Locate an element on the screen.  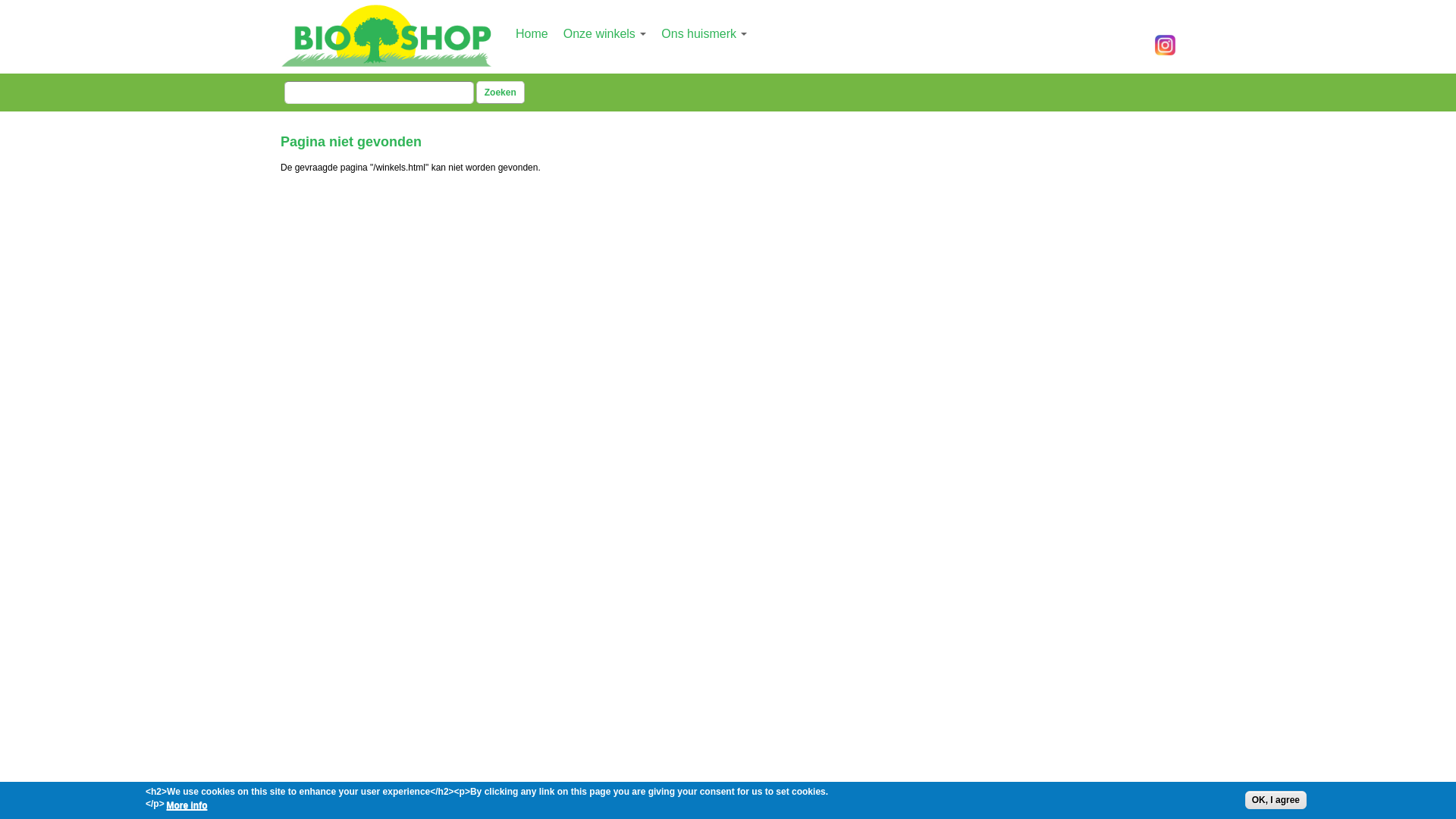
'Overslaan en naar de algemene inhoud gaan' is located at coordinates (712, 2).